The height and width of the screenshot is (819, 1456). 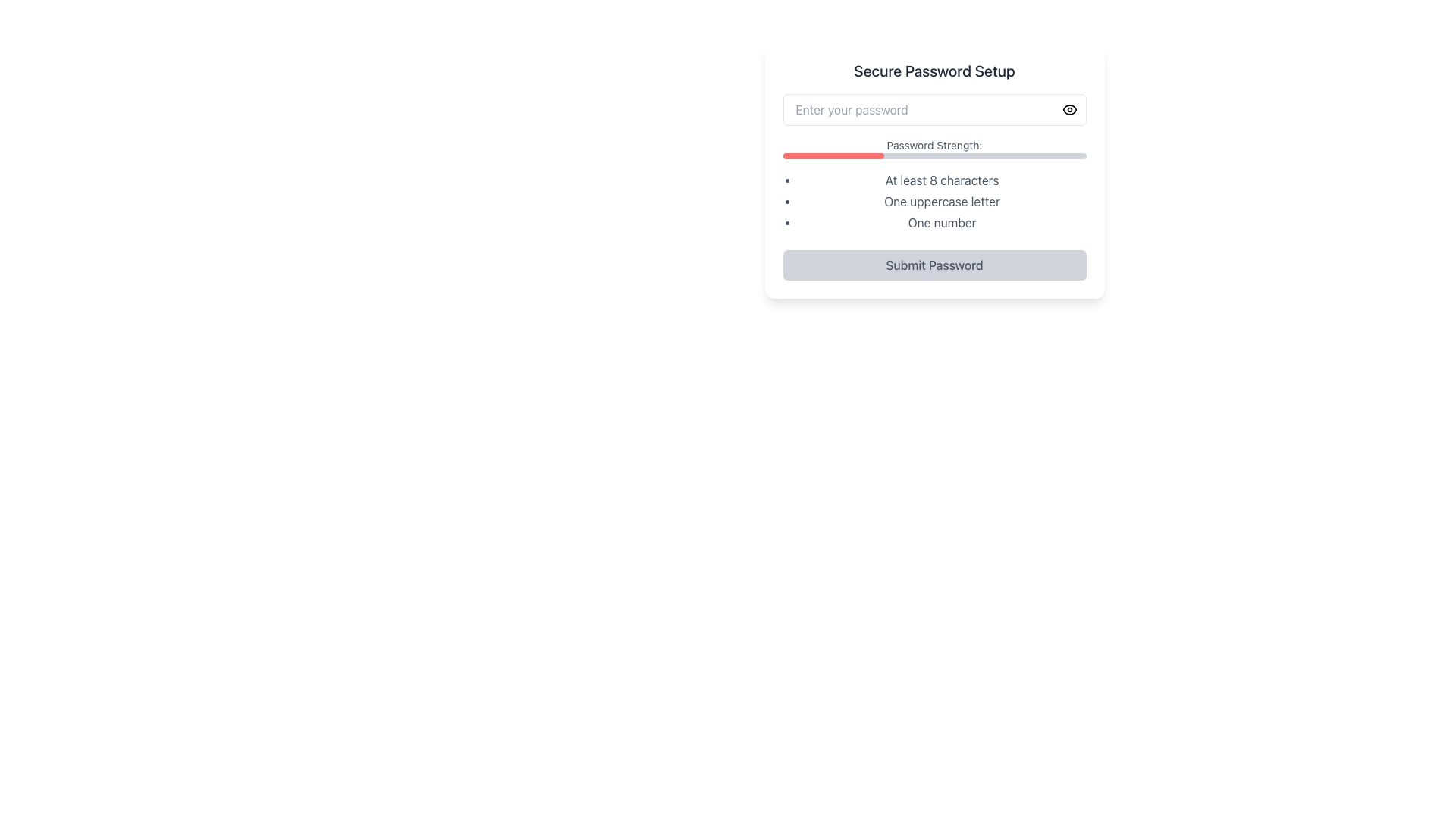 What do you see at coordinates (934, 146) in the screenshot?
I see `the text label that reads 'Password Strength:' displayed in a small-sized gray font, located in the middle of the password setup form, directly below the password input field and above the progress bar` at bounding box center [934, 146].